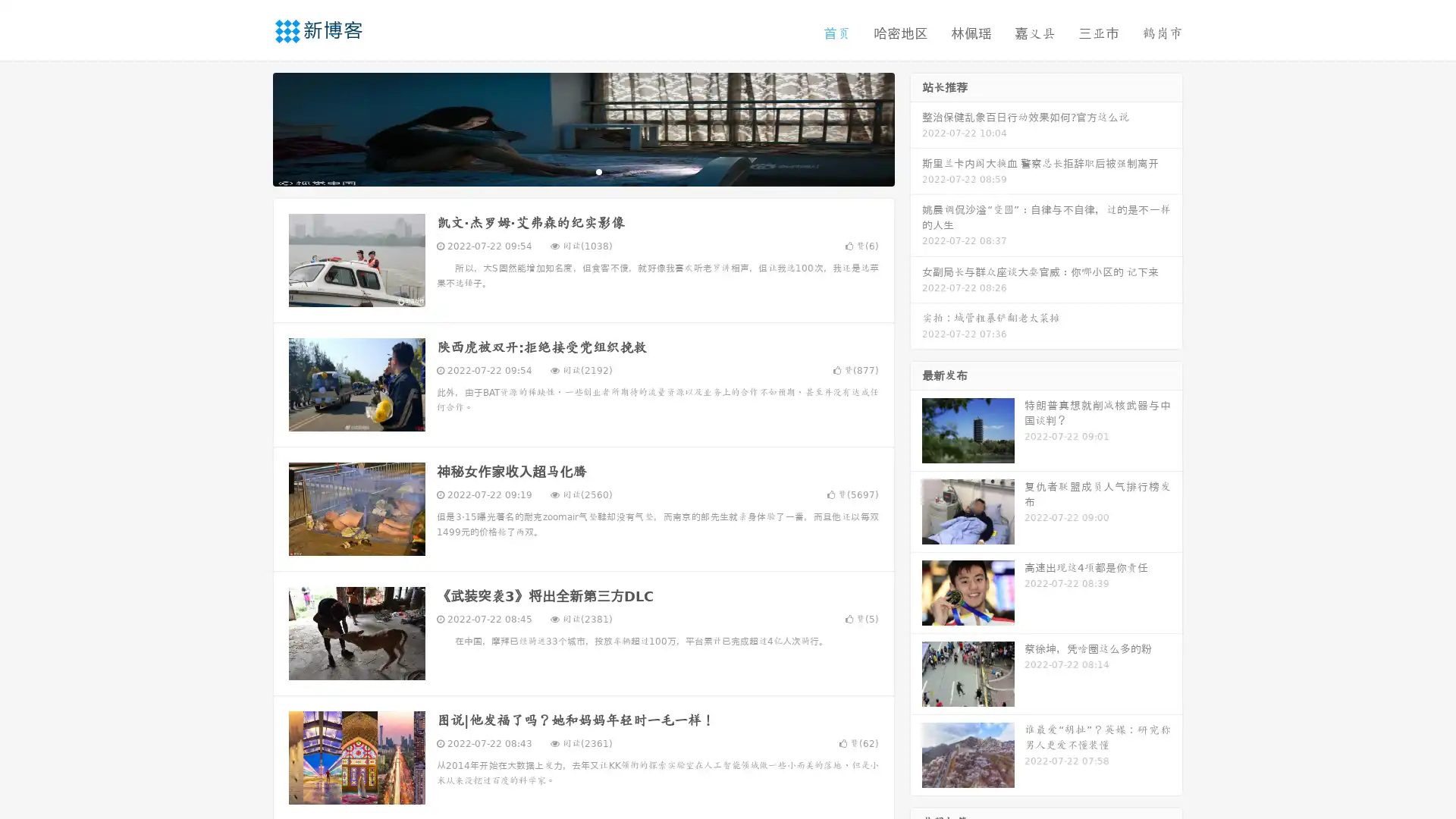  Describe the element at coordinates (598, 171) in the screenshot. I see `Go to slide 3` at that location.